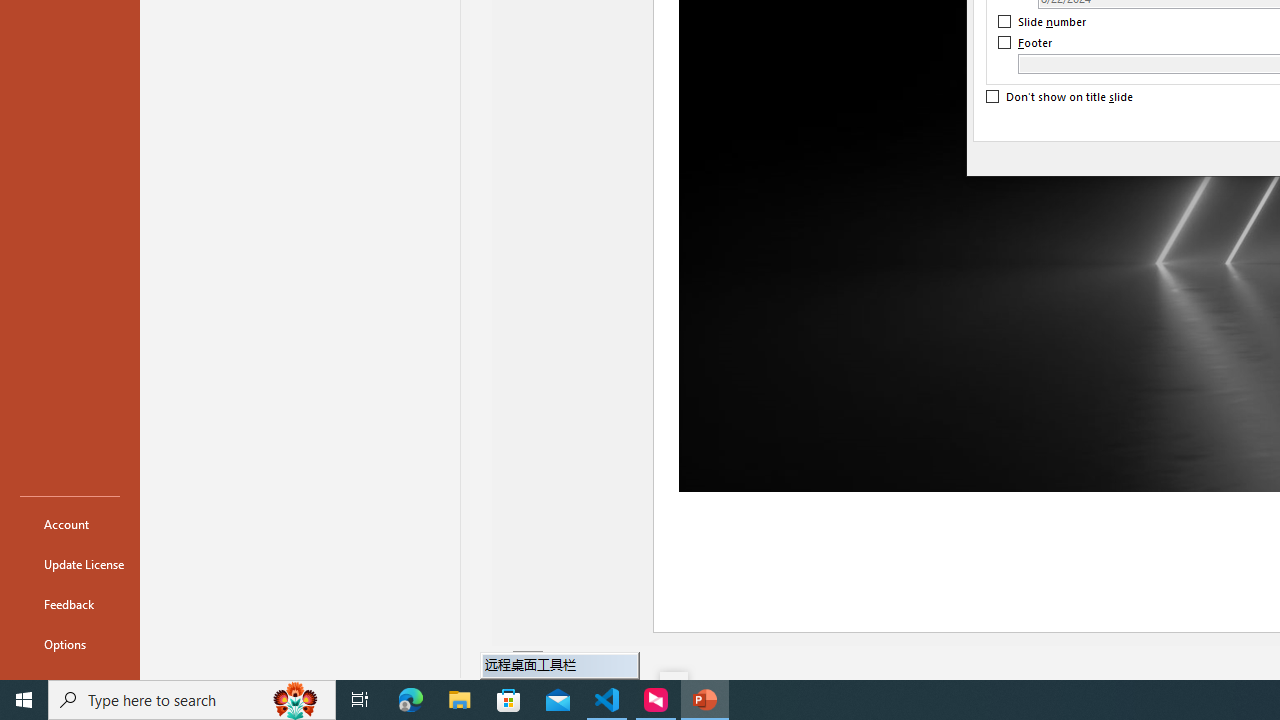  I want to click on 'Options', so click(69, 644).